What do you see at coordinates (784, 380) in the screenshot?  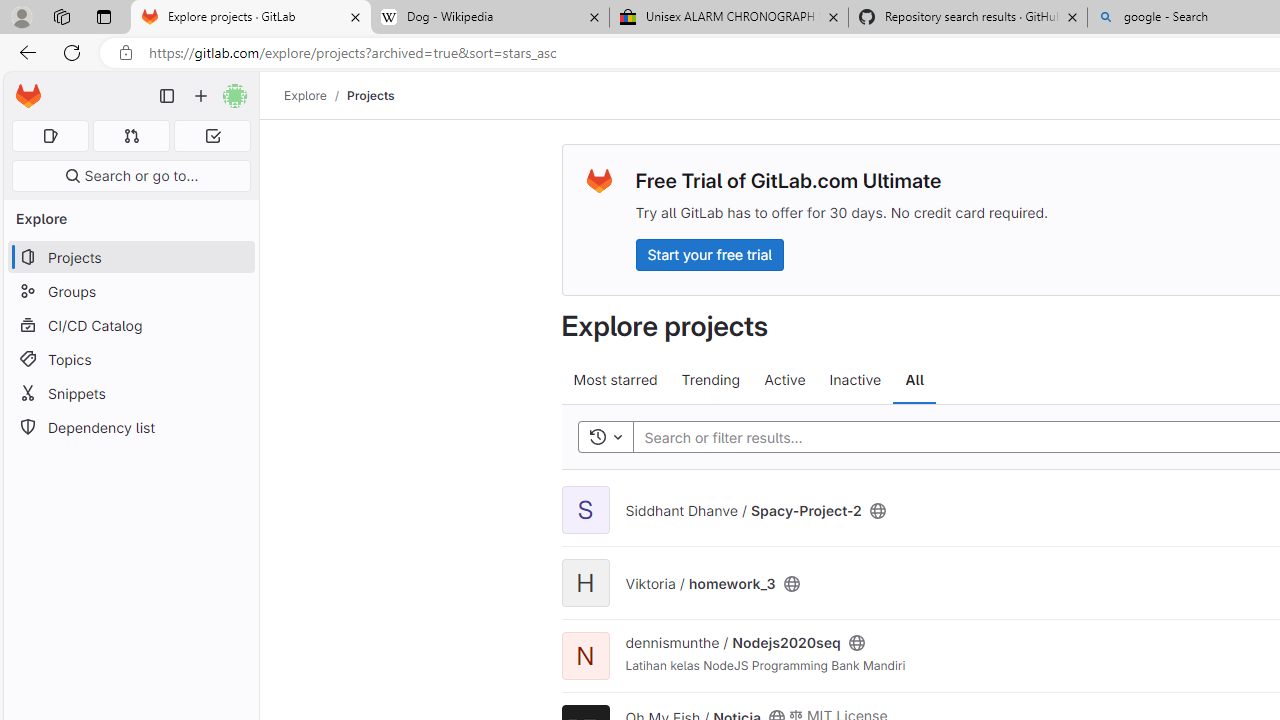 I see `'Active'` at bounding box center [784, 380].